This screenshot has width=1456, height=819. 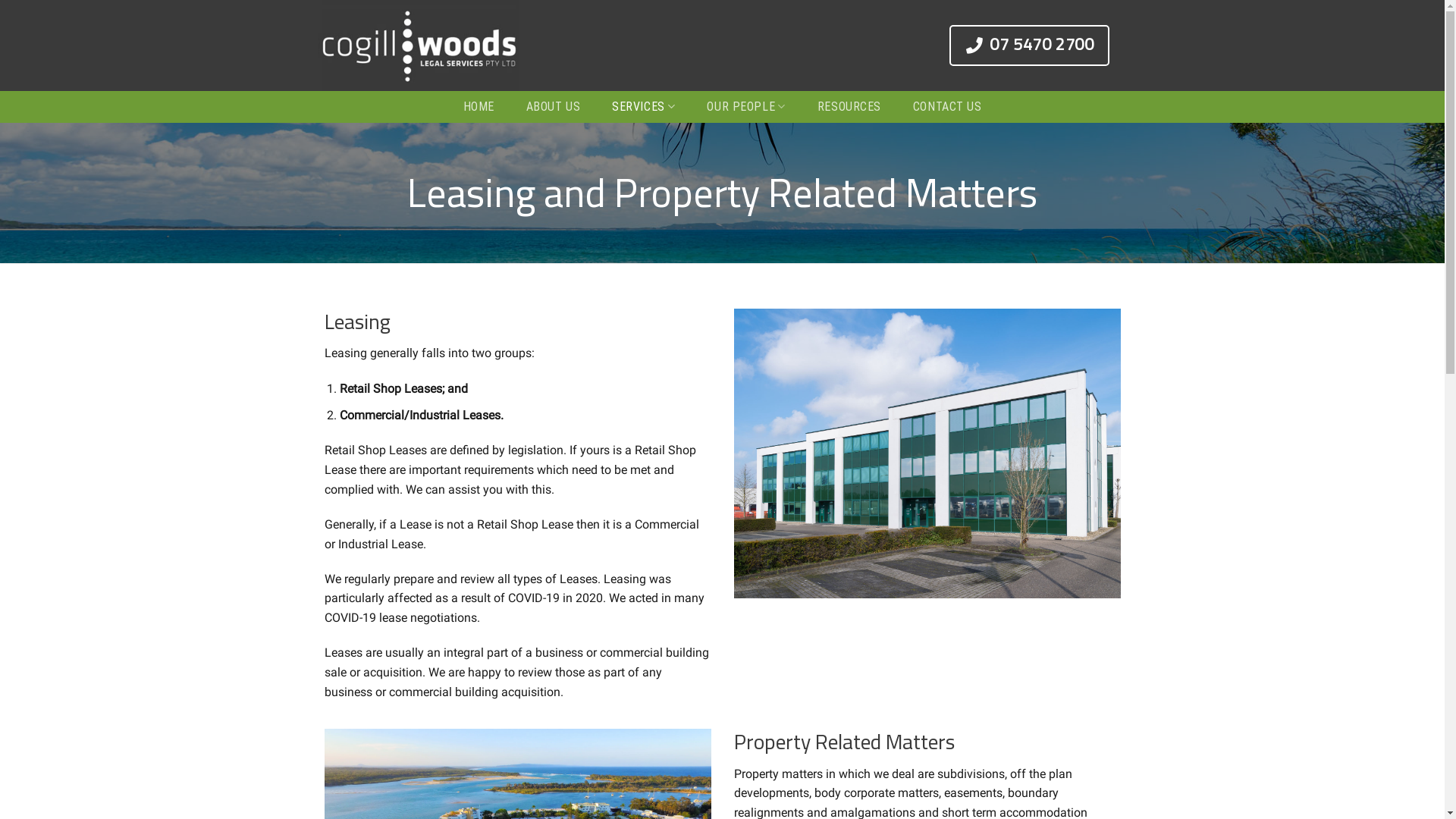 I want to click on 'CONTACT US', so click(x=906, y=106).